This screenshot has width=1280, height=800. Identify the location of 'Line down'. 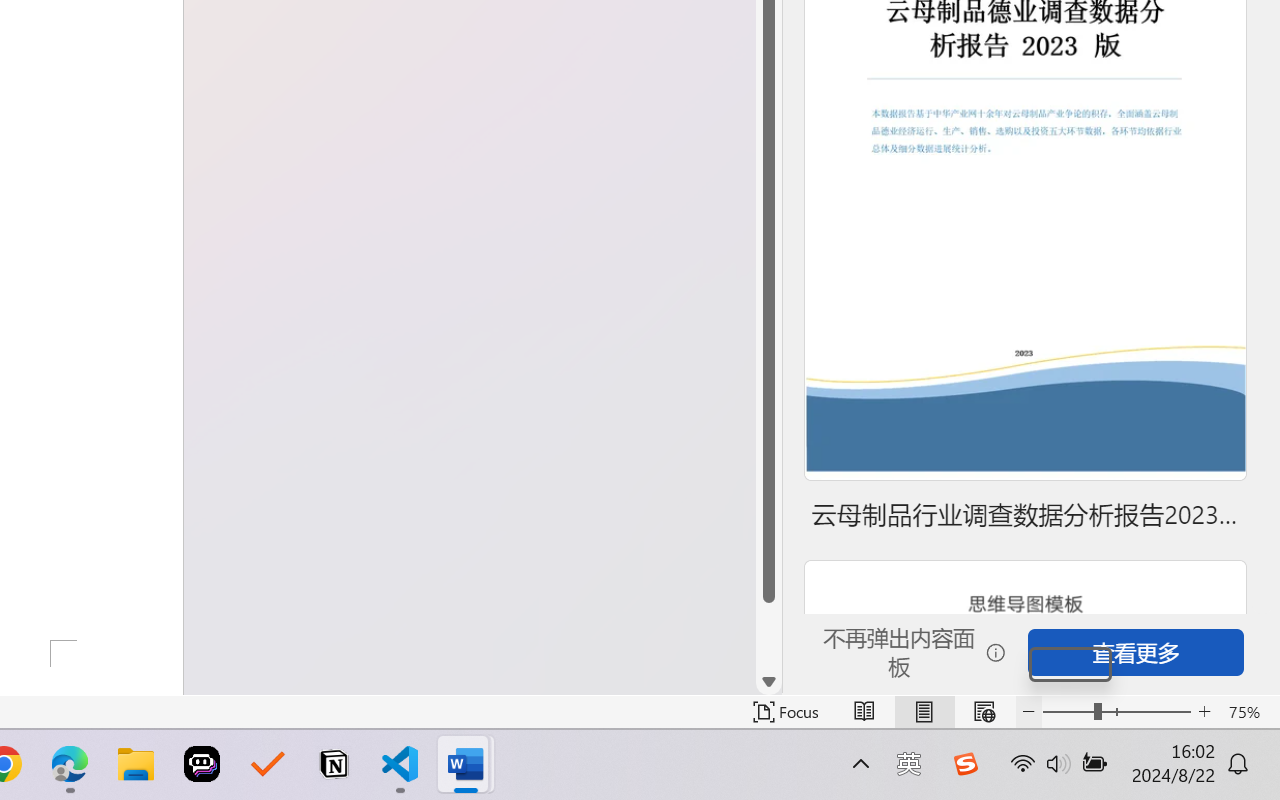
(768, 682).